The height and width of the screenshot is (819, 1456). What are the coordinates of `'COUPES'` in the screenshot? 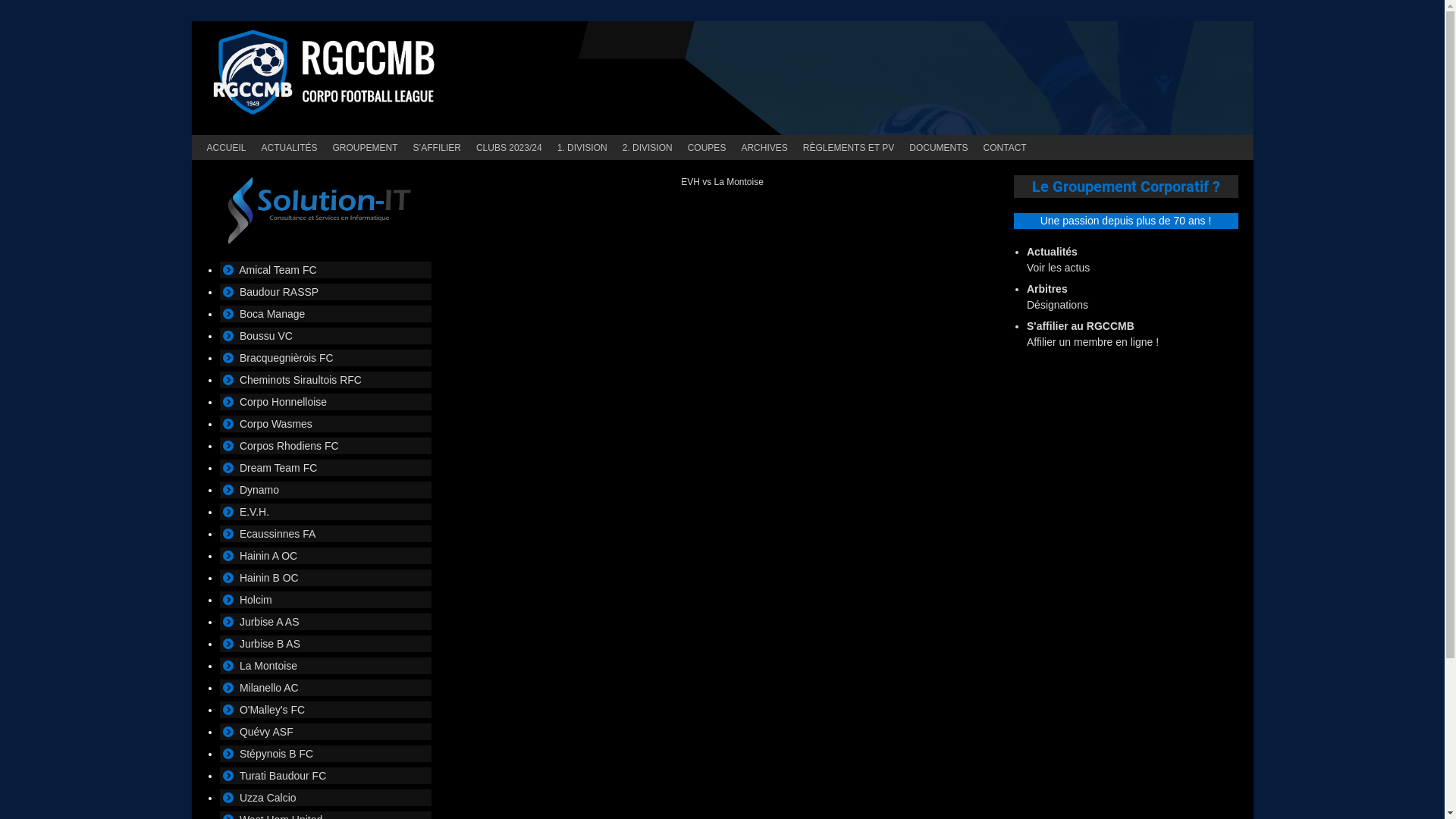 It's located at (706, 147).